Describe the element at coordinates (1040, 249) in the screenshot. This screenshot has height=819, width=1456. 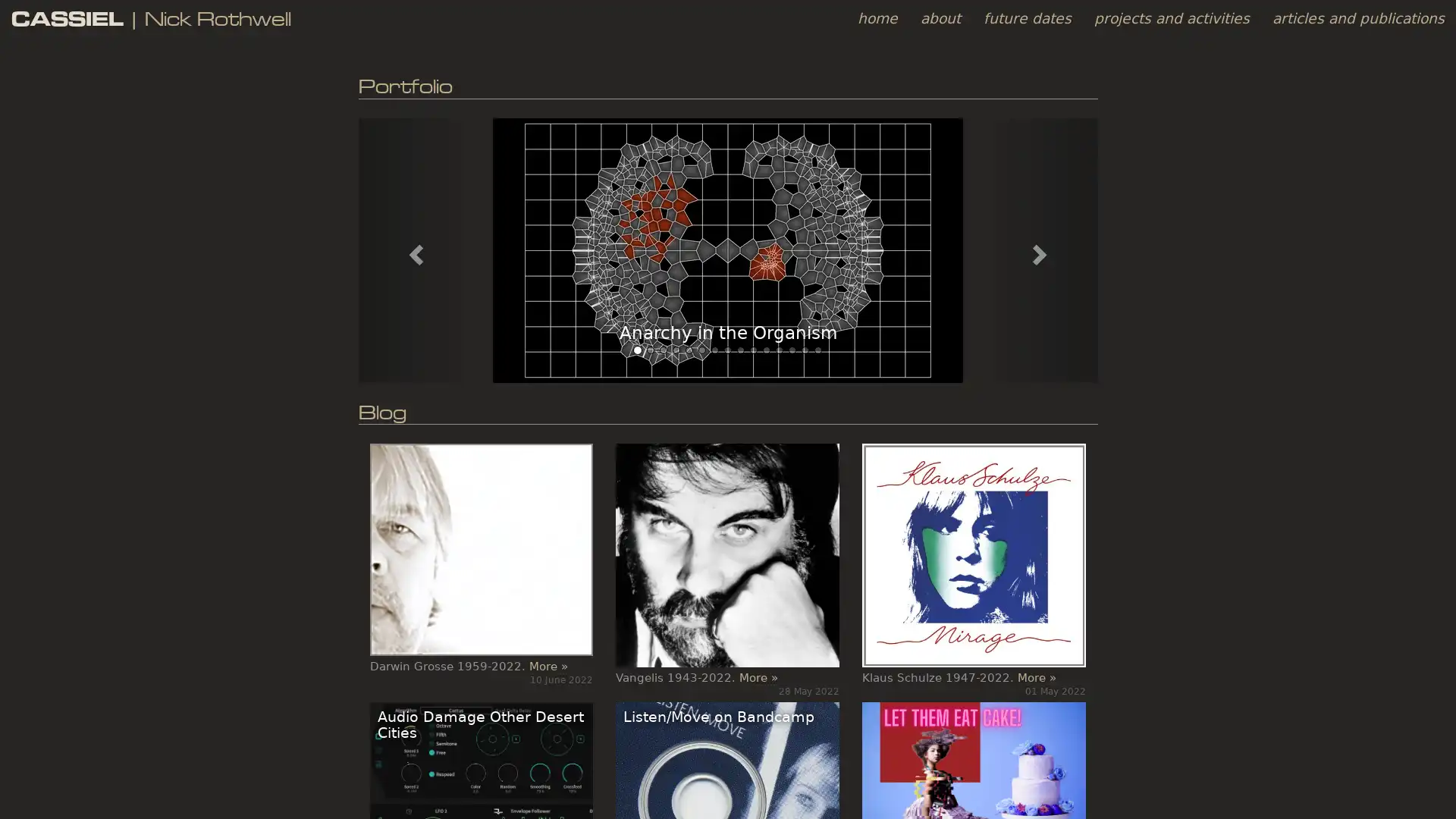
I see `Next` at that location.